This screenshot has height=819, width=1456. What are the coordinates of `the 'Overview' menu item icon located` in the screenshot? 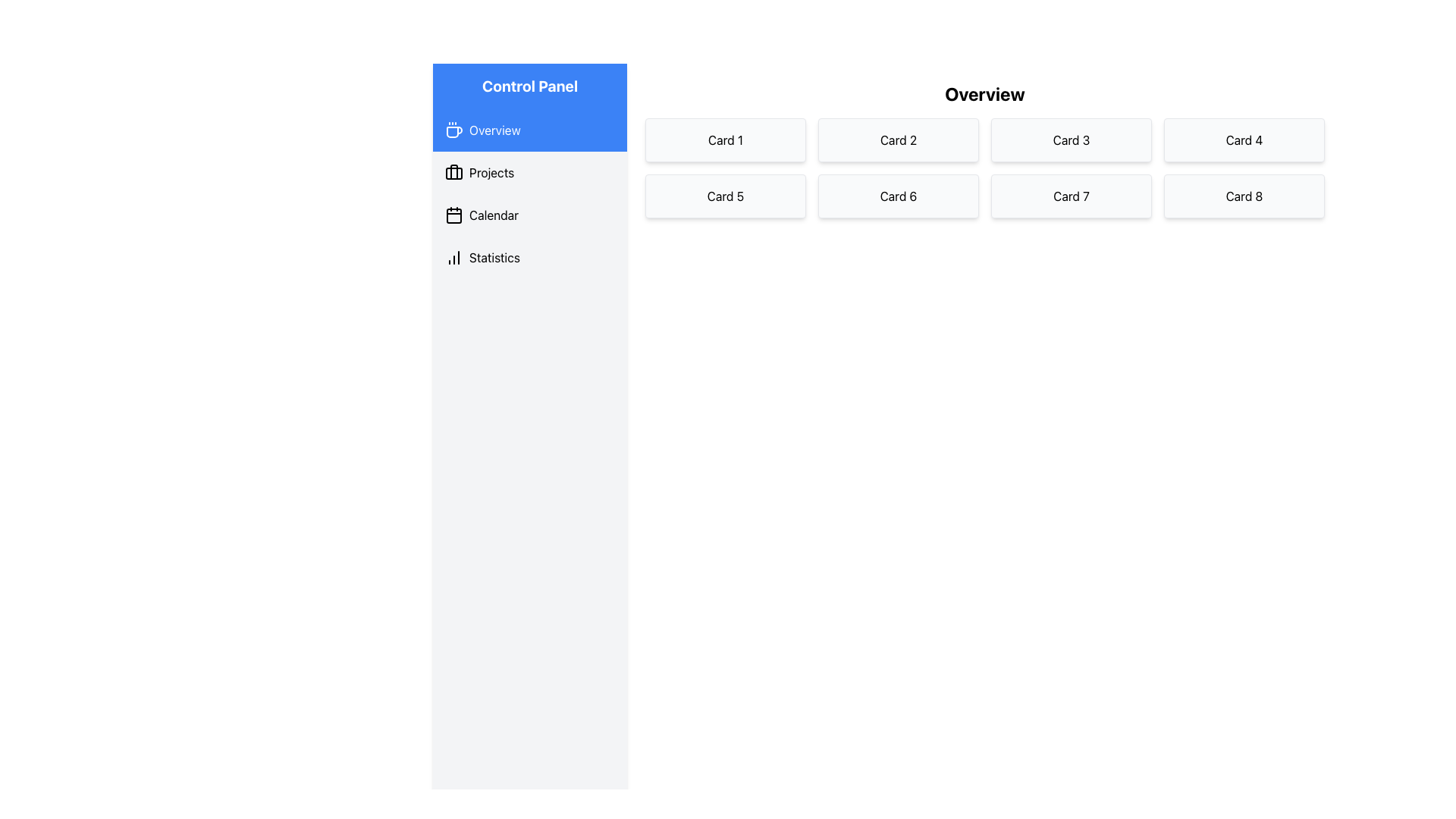 It's located at (453, 130).